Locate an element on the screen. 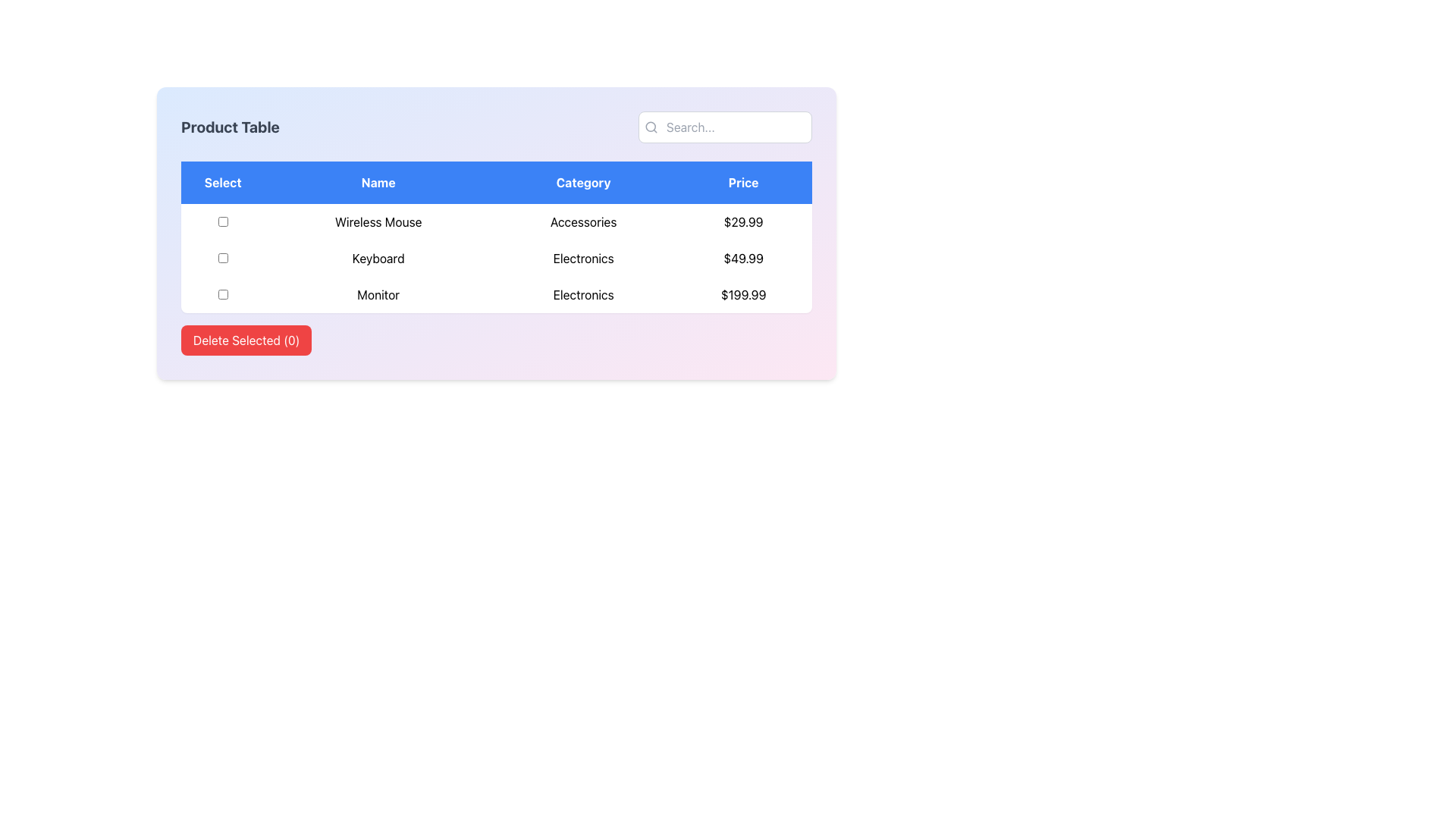 This screenshot has width=1456, height=819. the unchecked checkbox located is located at coordinates (222, 257).